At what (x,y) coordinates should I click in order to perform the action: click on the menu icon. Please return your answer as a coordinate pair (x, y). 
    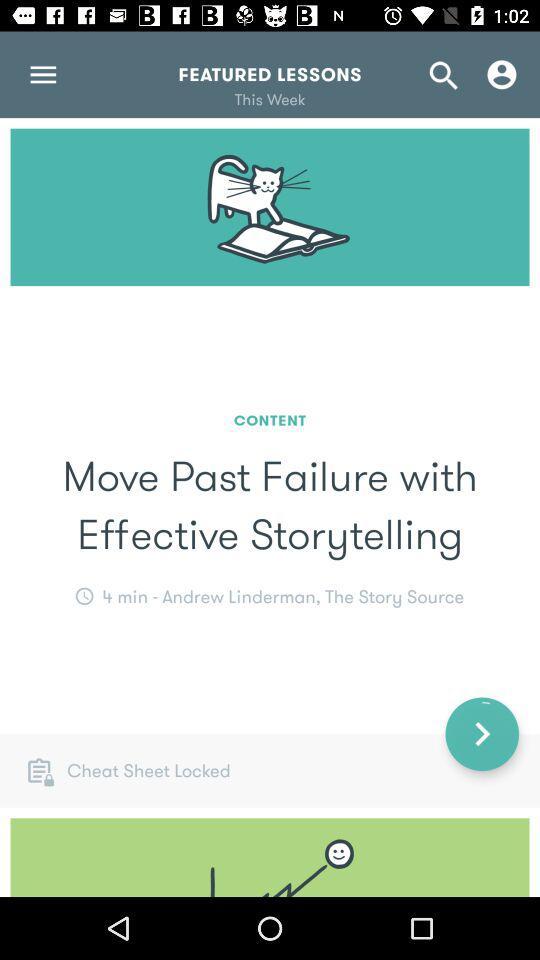
    Looking at the image, I should click on (43, 74).